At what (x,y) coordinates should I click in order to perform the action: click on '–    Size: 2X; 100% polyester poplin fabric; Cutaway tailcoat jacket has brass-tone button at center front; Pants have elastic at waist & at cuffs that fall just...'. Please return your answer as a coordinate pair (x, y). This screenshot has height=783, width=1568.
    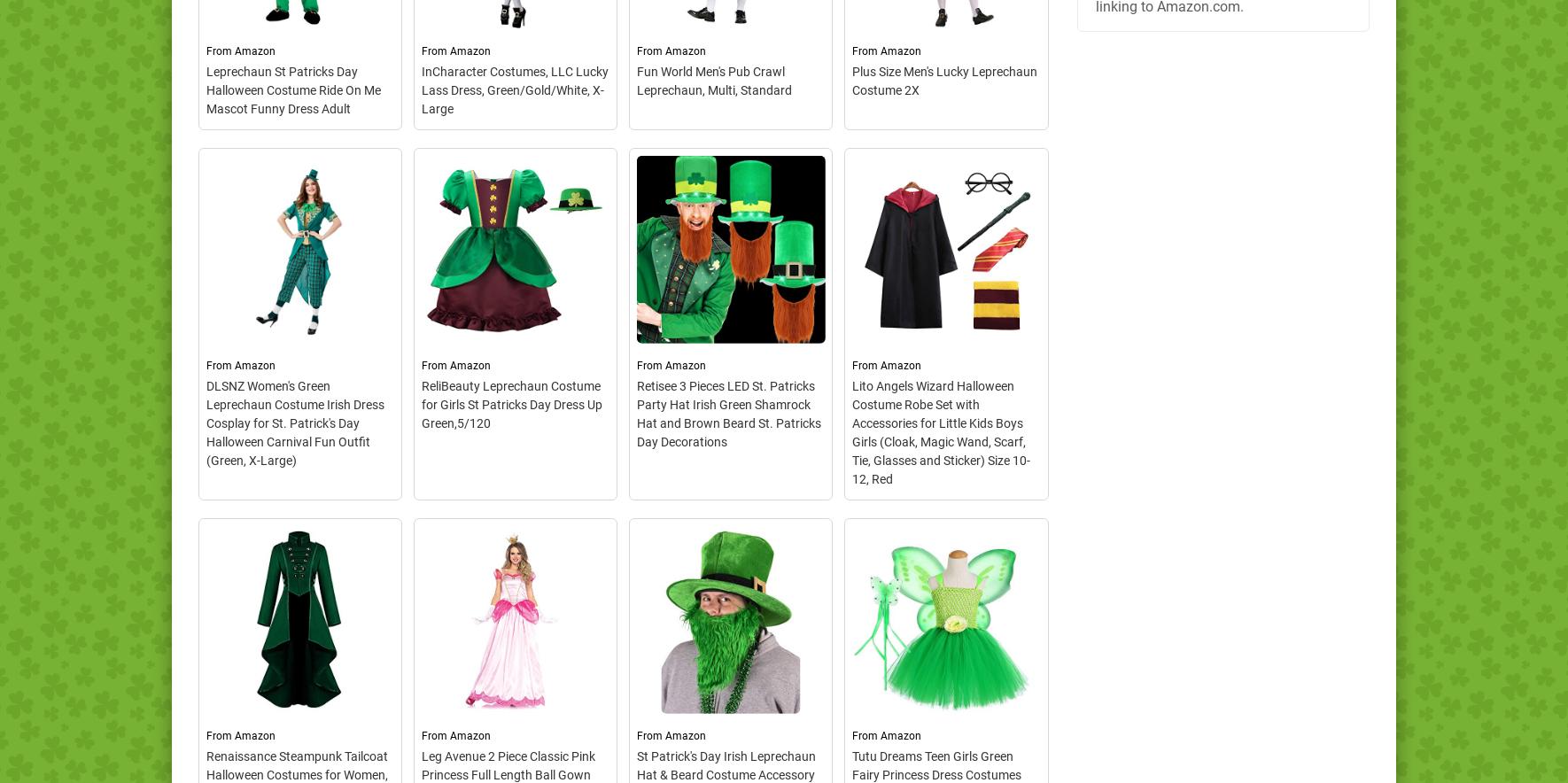
    Looking at the image, I should click on (946, 314).